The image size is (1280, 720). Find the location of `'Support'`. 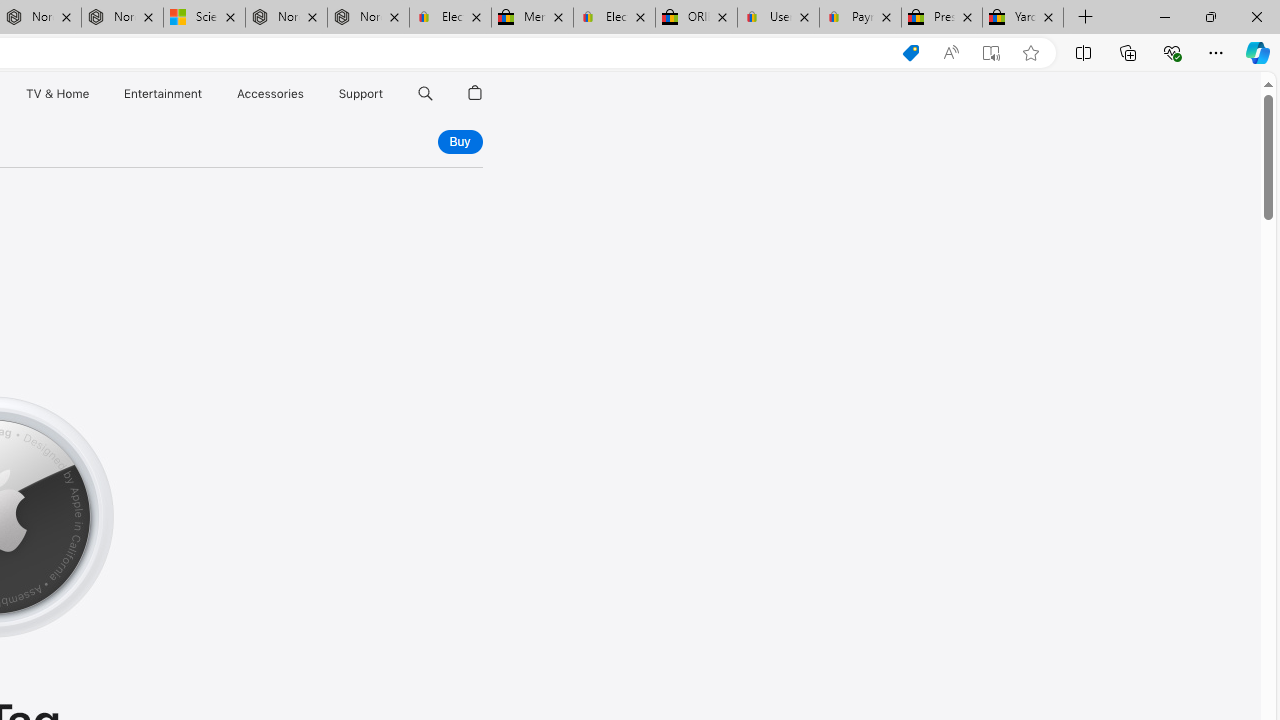

'Support' is located at coordinates (361, 93).